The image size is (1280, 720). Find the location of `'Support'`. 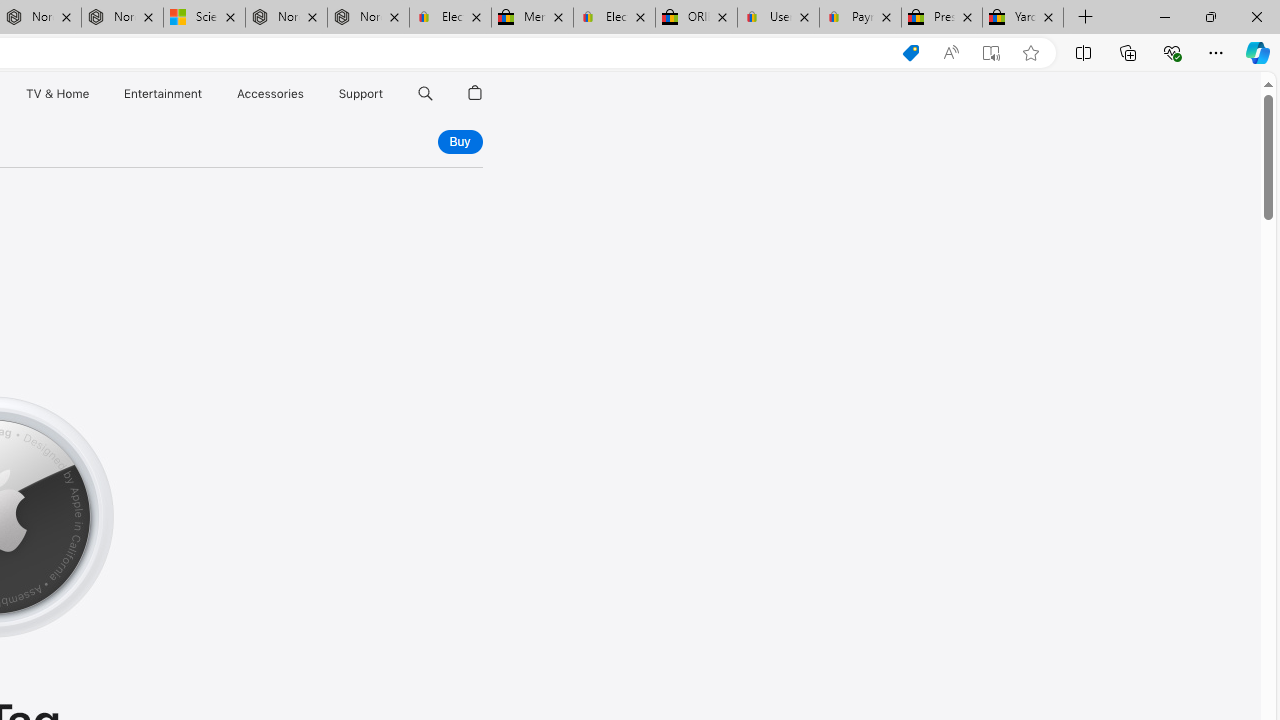

'Support' is located at coordinates (361, 93).